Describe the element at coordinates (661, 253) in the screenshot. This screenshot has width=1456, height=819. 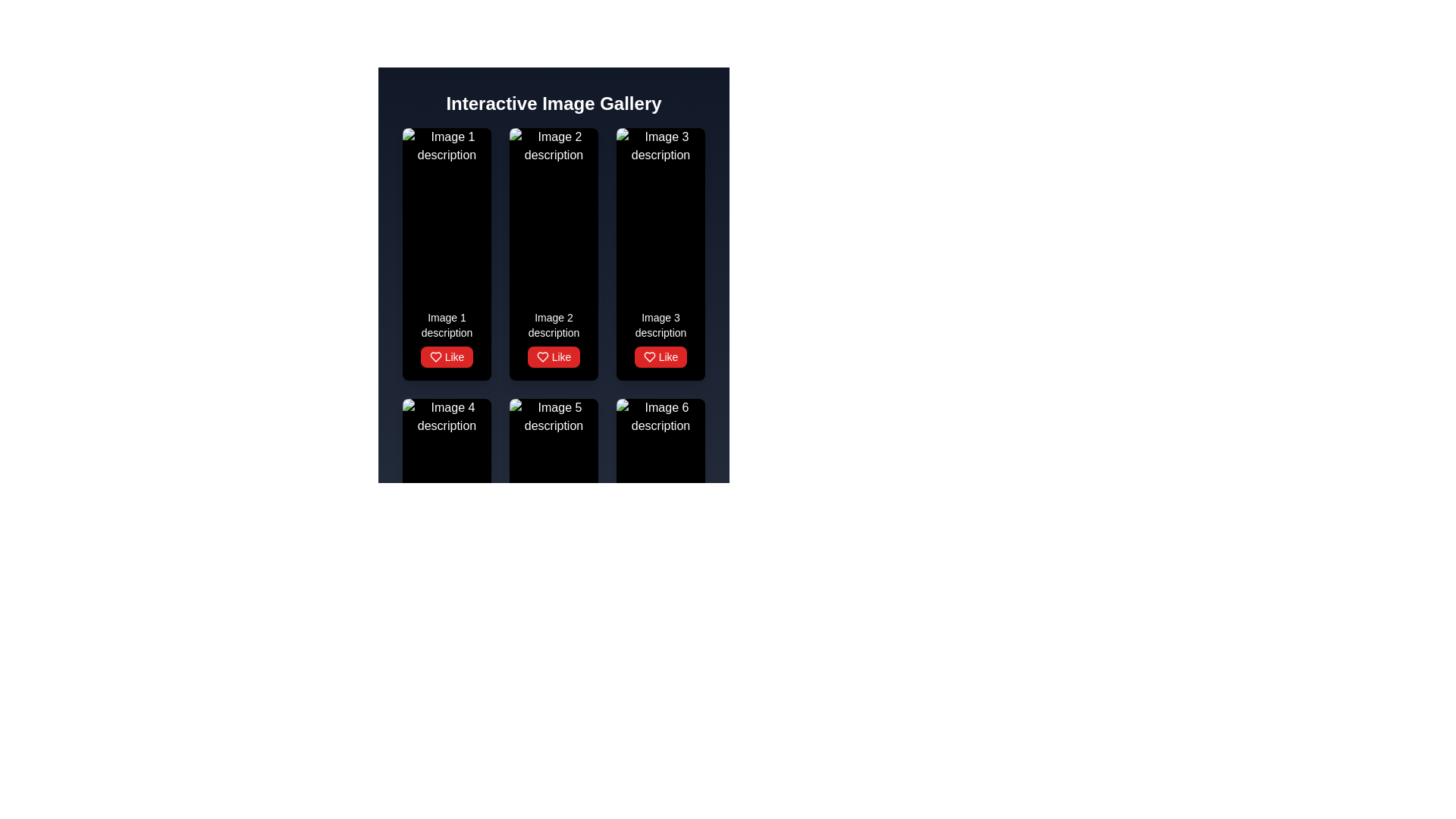
I see `the image in the third card of the Interactive Image Gallery to enlarge it` at that location.